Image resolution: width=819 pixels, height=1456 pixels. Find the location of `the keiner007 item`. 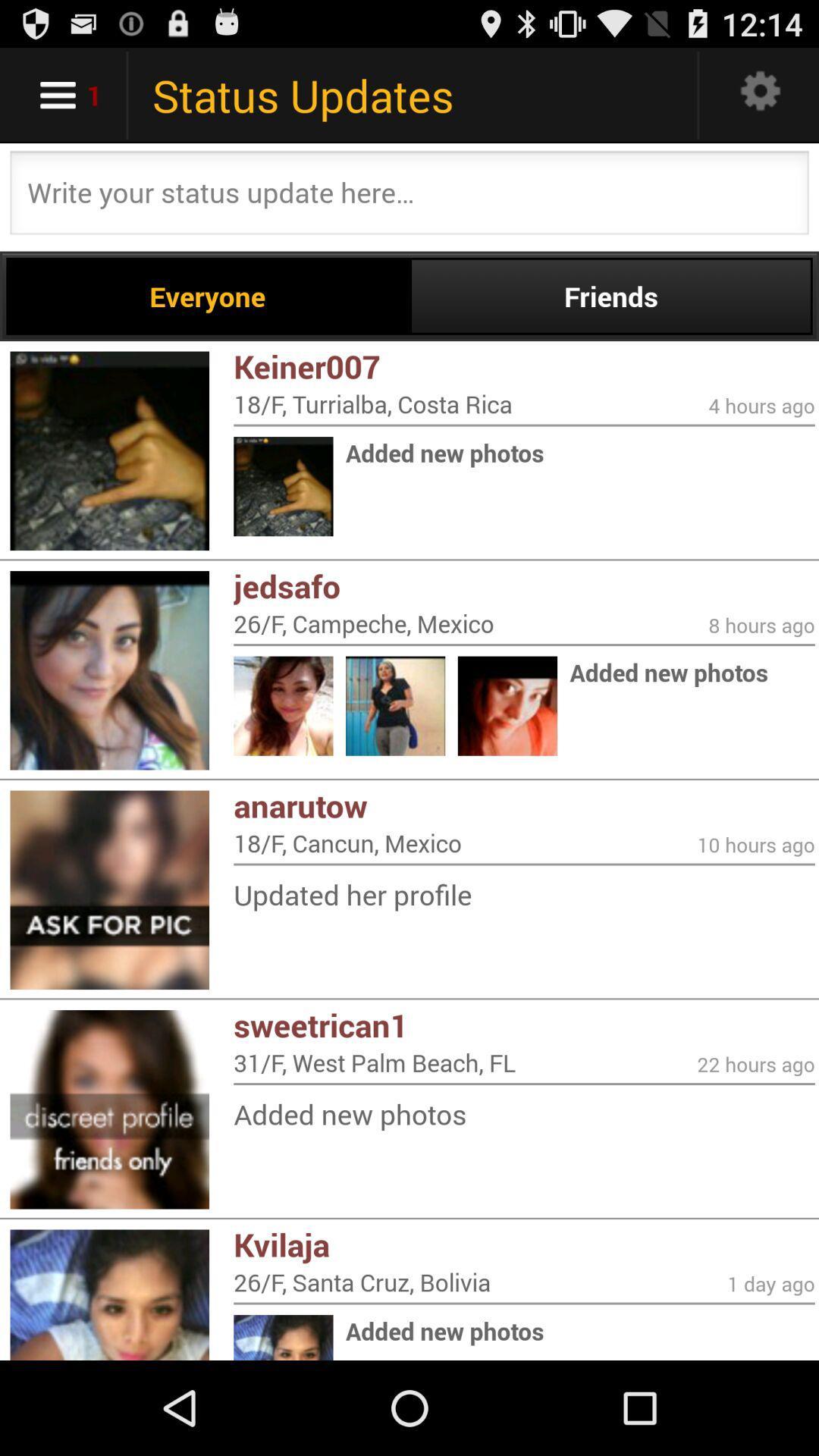

the keiner007 item is located at coordinates (523, 366).